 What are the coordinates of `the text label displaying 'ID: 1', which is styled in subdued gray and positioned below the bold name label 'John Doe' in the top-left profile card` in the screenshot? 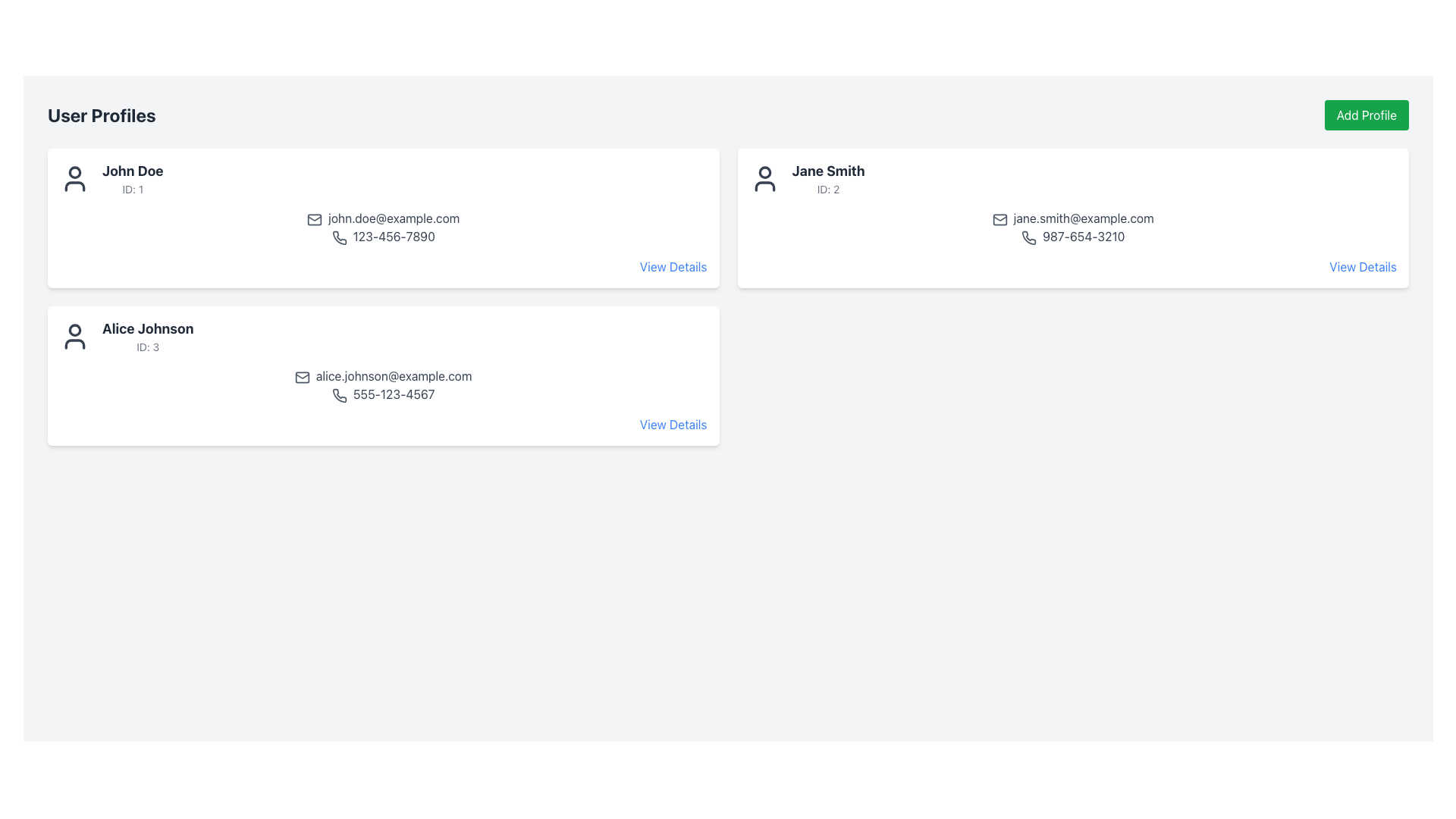 It's located at (133, 189).